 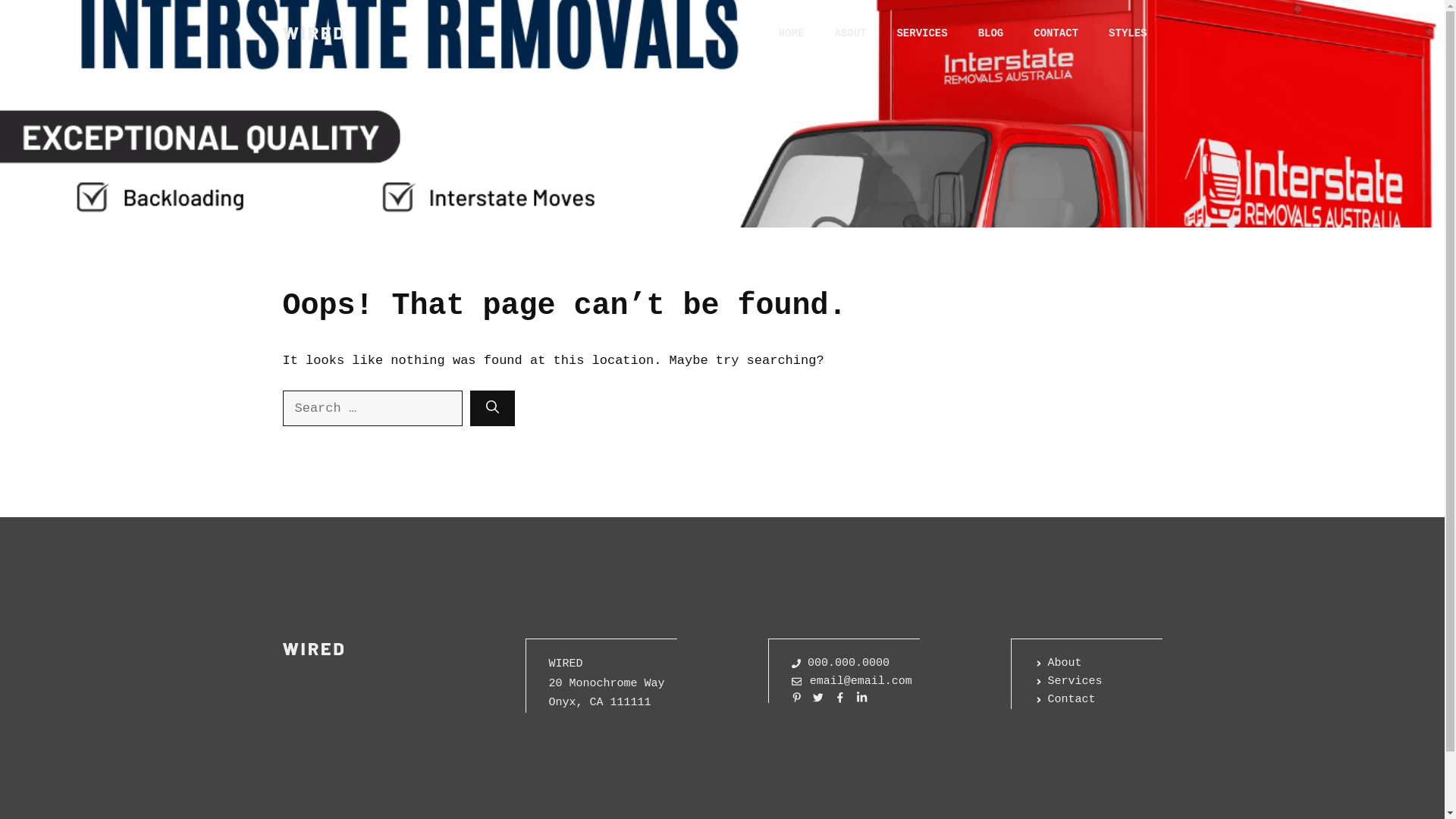 What do you see at coordinates (921, 33) in the screenshot?
I see `'SERVICES'` at bounding box center [921, 33].